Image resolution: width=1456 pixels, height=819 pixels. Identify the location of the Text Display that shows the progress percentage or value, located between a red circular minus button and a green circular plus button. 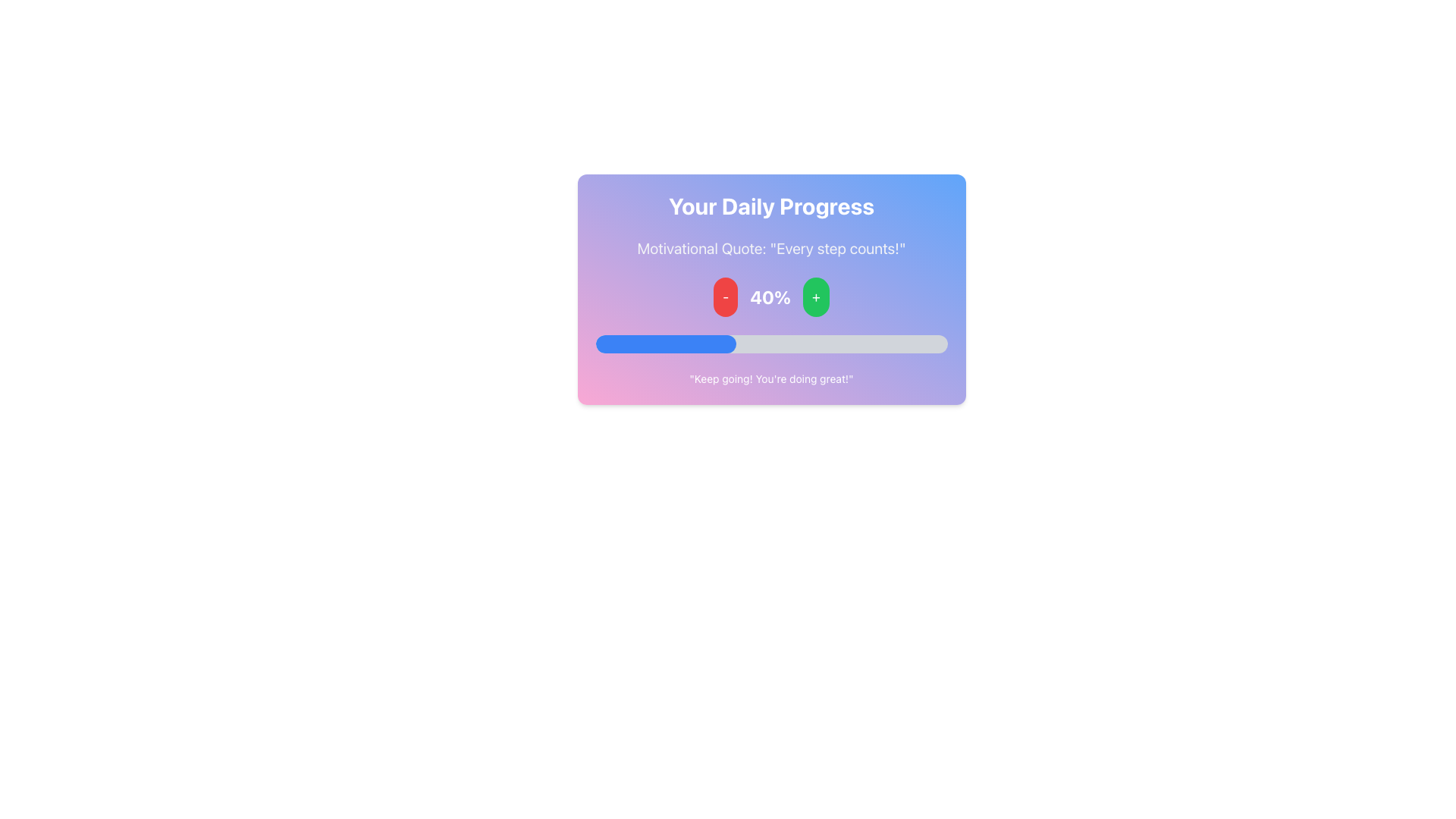
(770, 297).